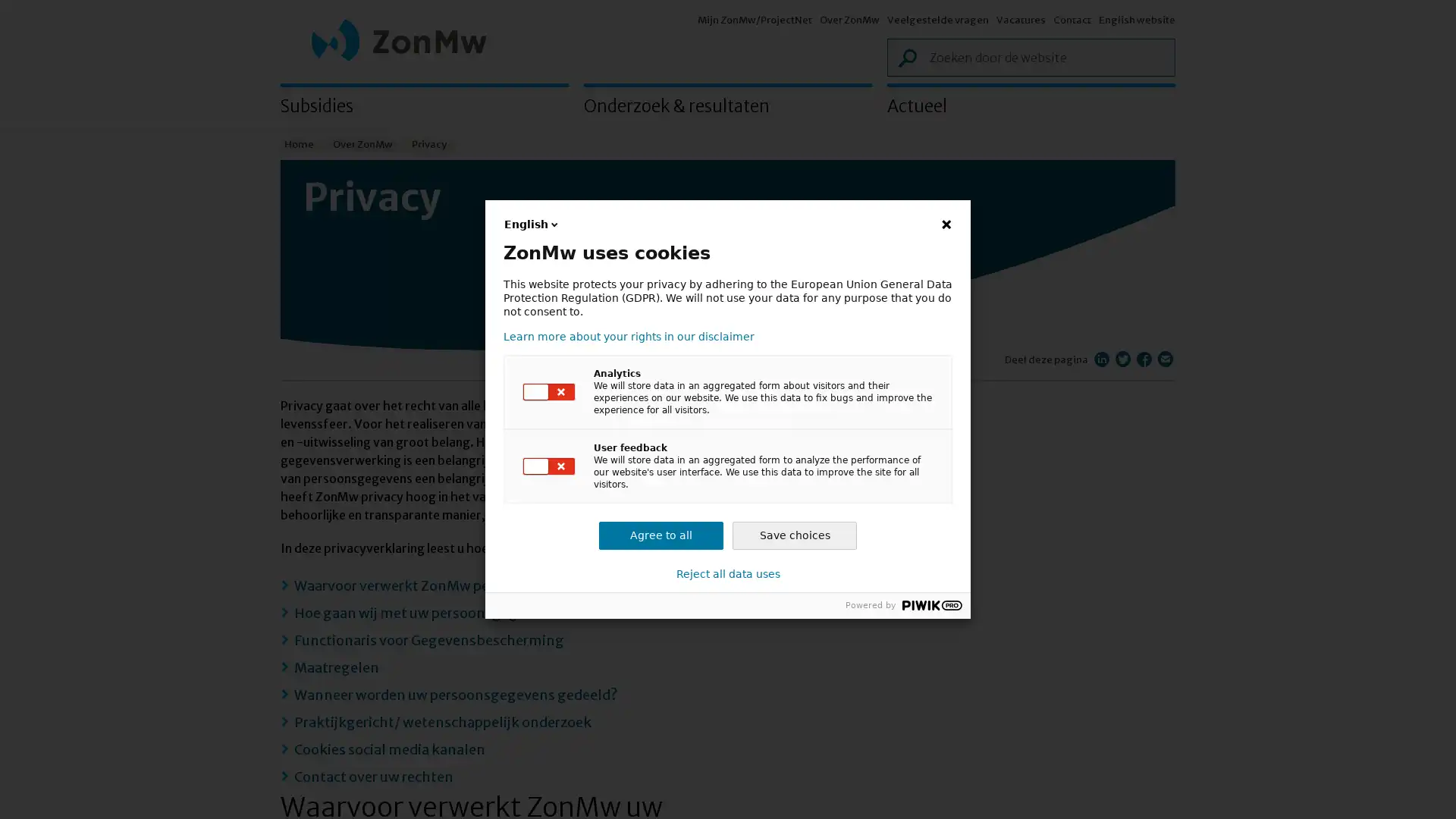 Image resolution: width=1456 pixels, height=819 pixels. What do you see at coordinates (793, 535) in the screenshot?
I see `Save choices` at bounding box center [793, 535].